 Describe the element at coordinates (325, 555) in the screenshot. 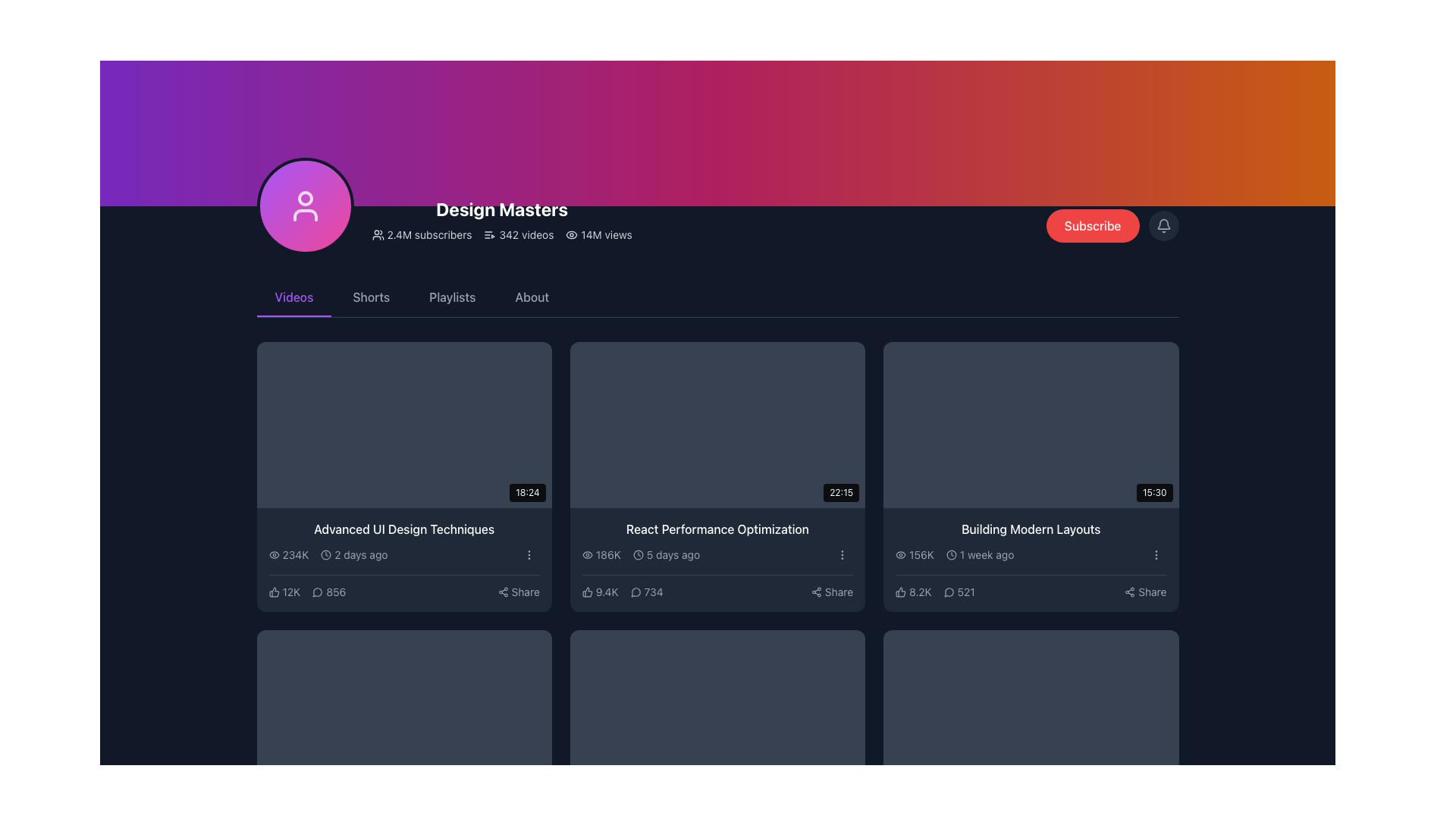

I see `properties of the circular graphical element within the clock icon located near the '2 days ago' text of the 'Advanced UI Design Techniques' video information card` at that location.